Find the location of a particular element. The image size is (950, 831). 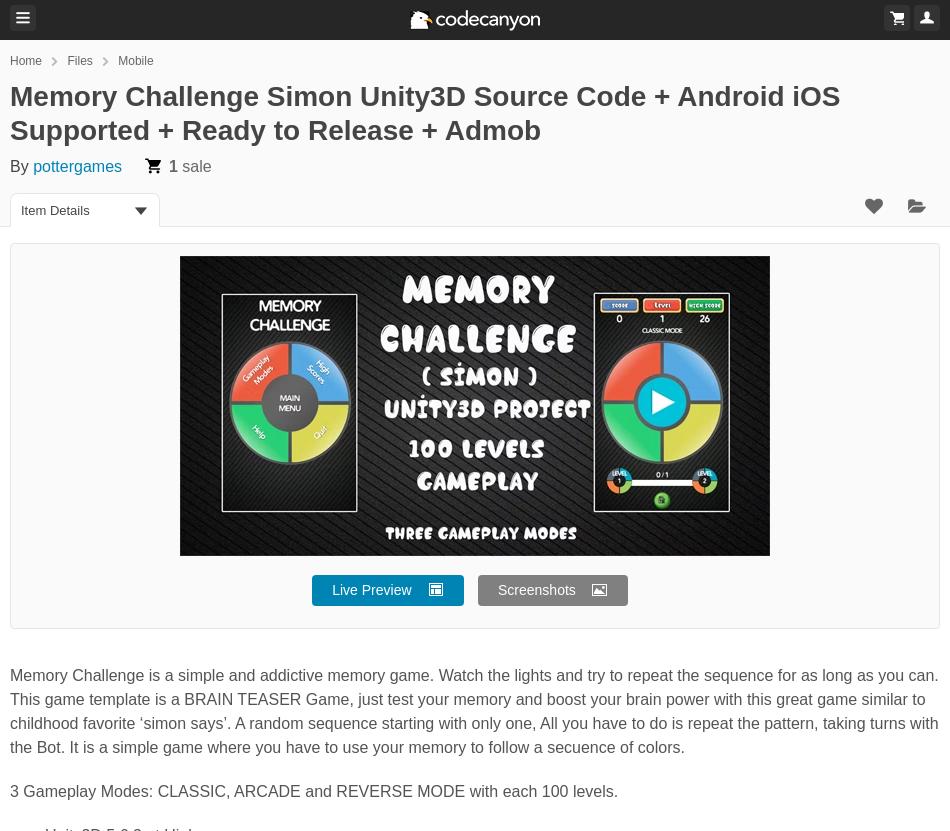

'Files' is located at coordinates (79, 59).